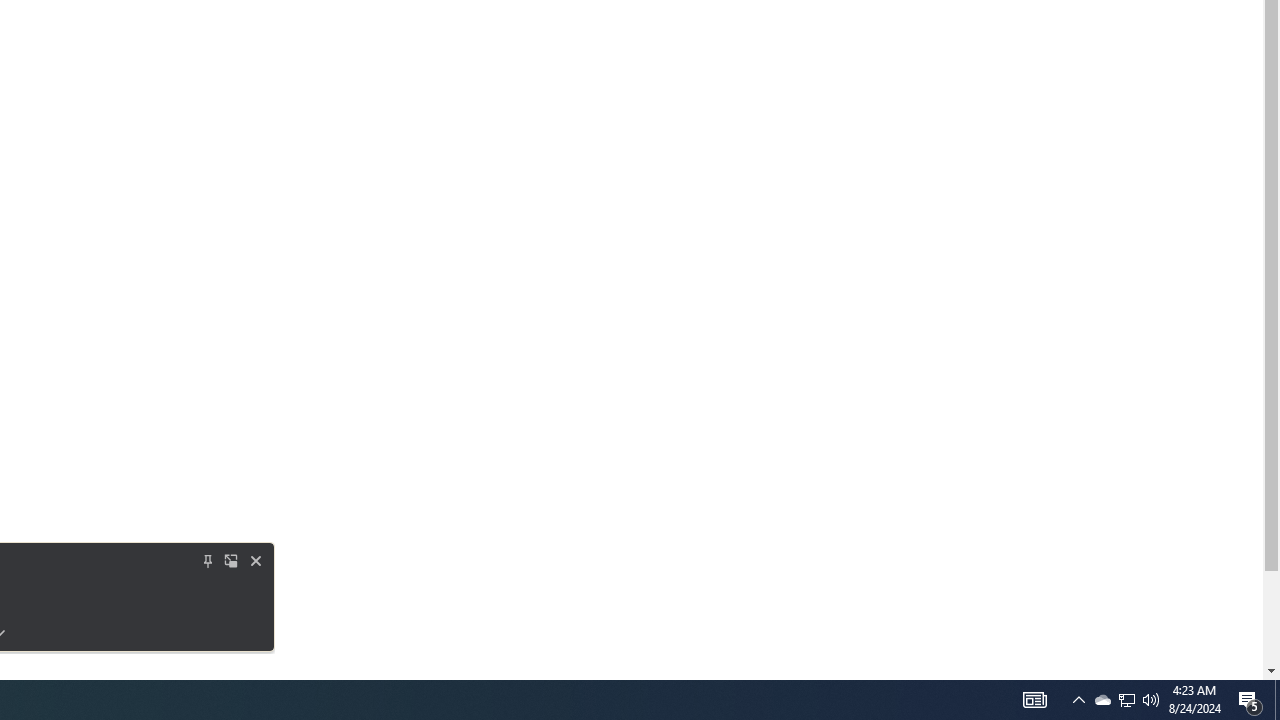 The image size is (1280, 720). I want to click on 'AutomationID: 4105', so click(1034, 698).